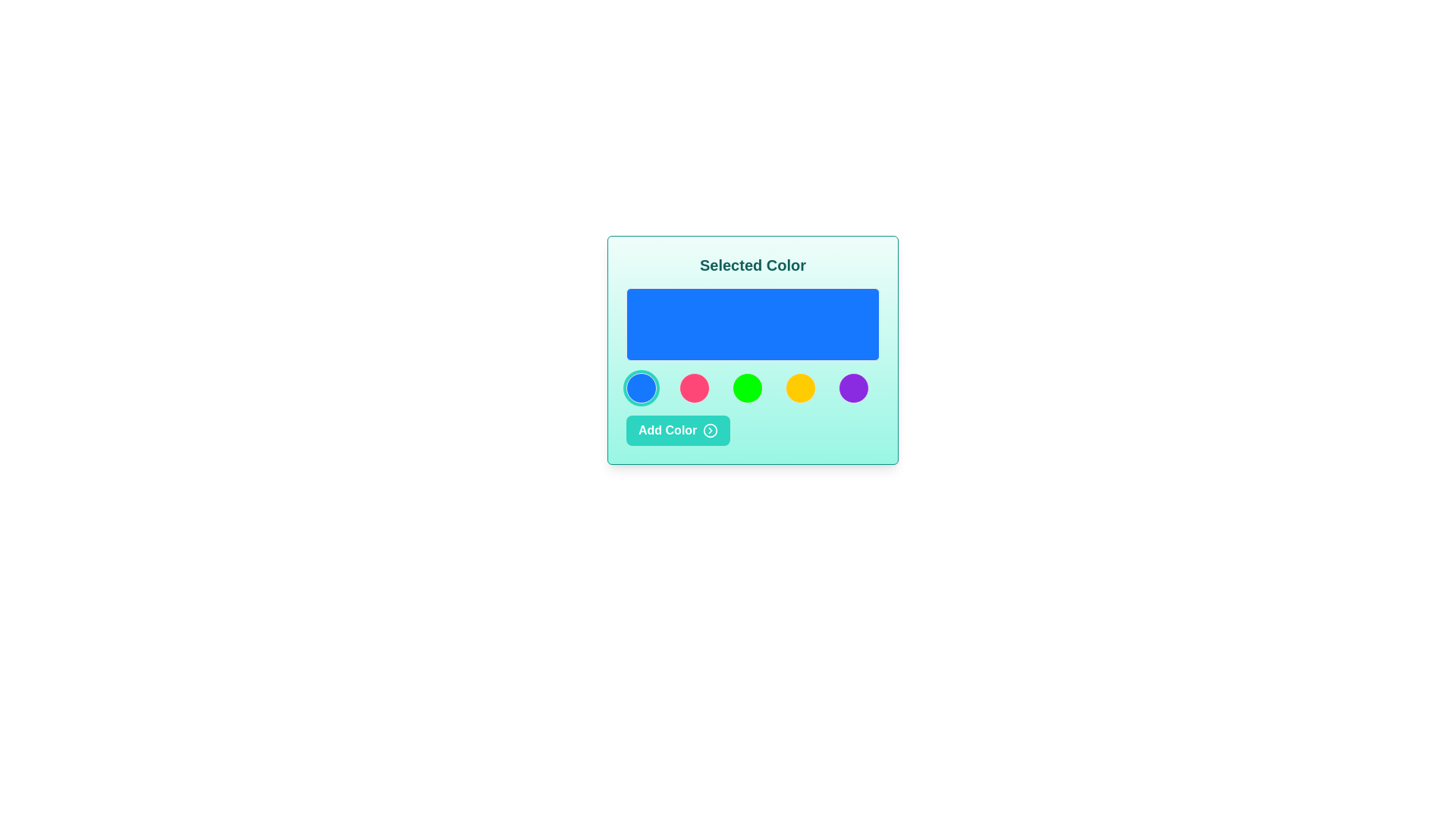  What do you see at coordinates (747, 388) in the screenshot?
I see `the circular green button that is the third item in a row of five buttons` at bounding box center [747, 388].